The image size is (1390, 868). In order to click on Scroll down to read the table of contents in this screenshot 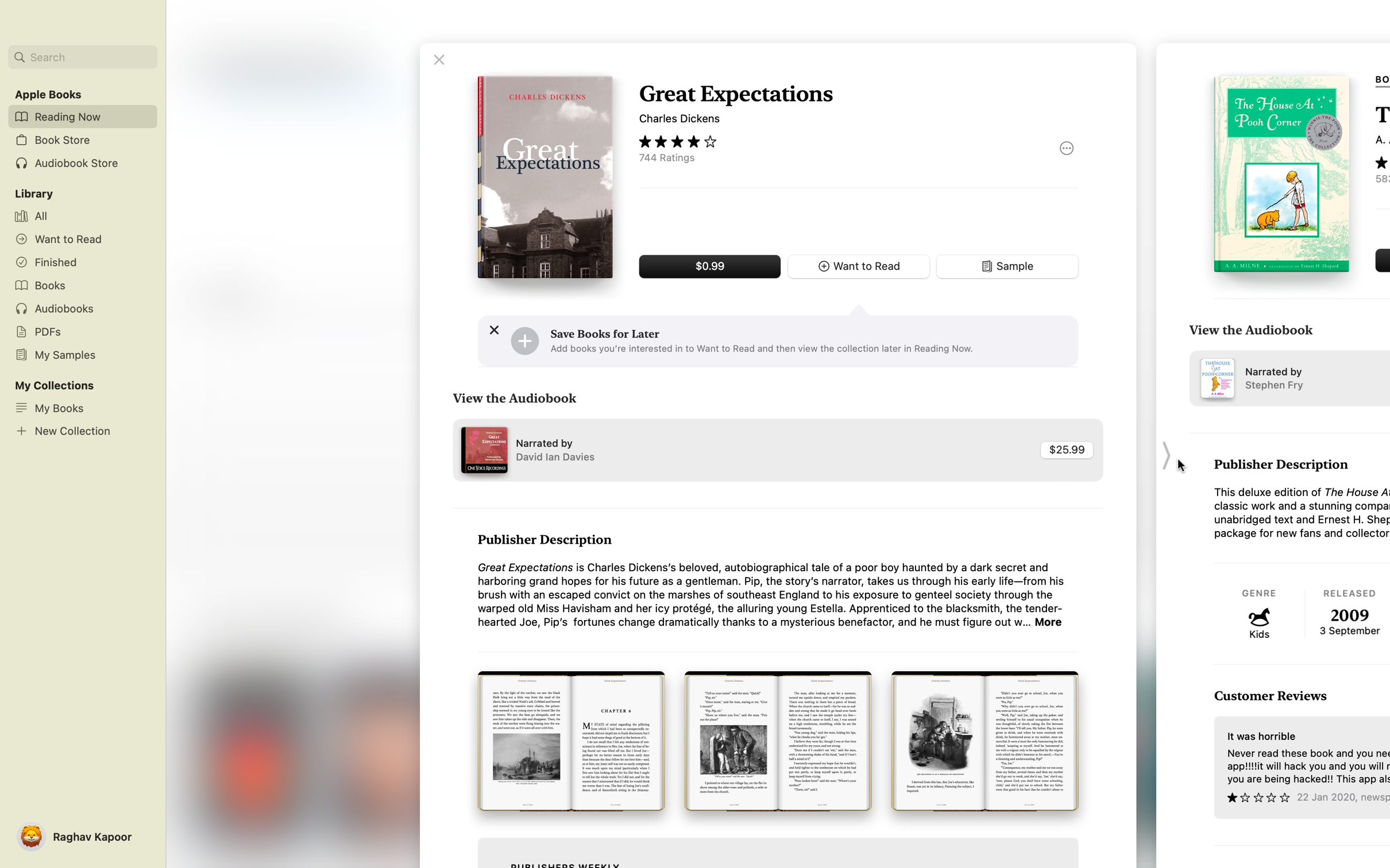, I will do `click(2613200, 958272)`.